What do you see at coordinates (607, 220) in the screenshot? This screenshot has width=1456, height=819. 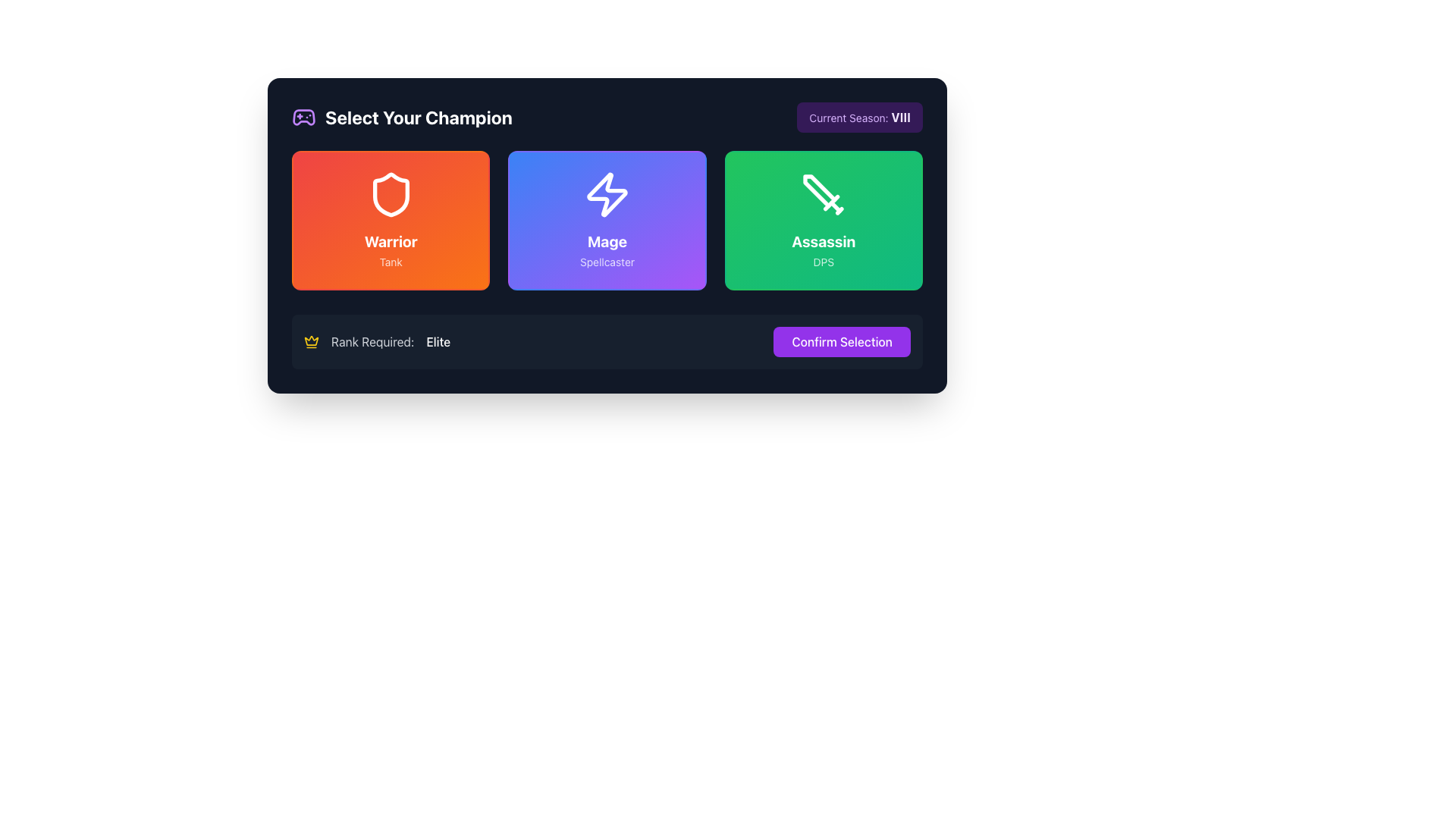 I see `the 'Mage Spellcaster' class card in the character selection interface for detailed information` at bounding box center [607, 220].